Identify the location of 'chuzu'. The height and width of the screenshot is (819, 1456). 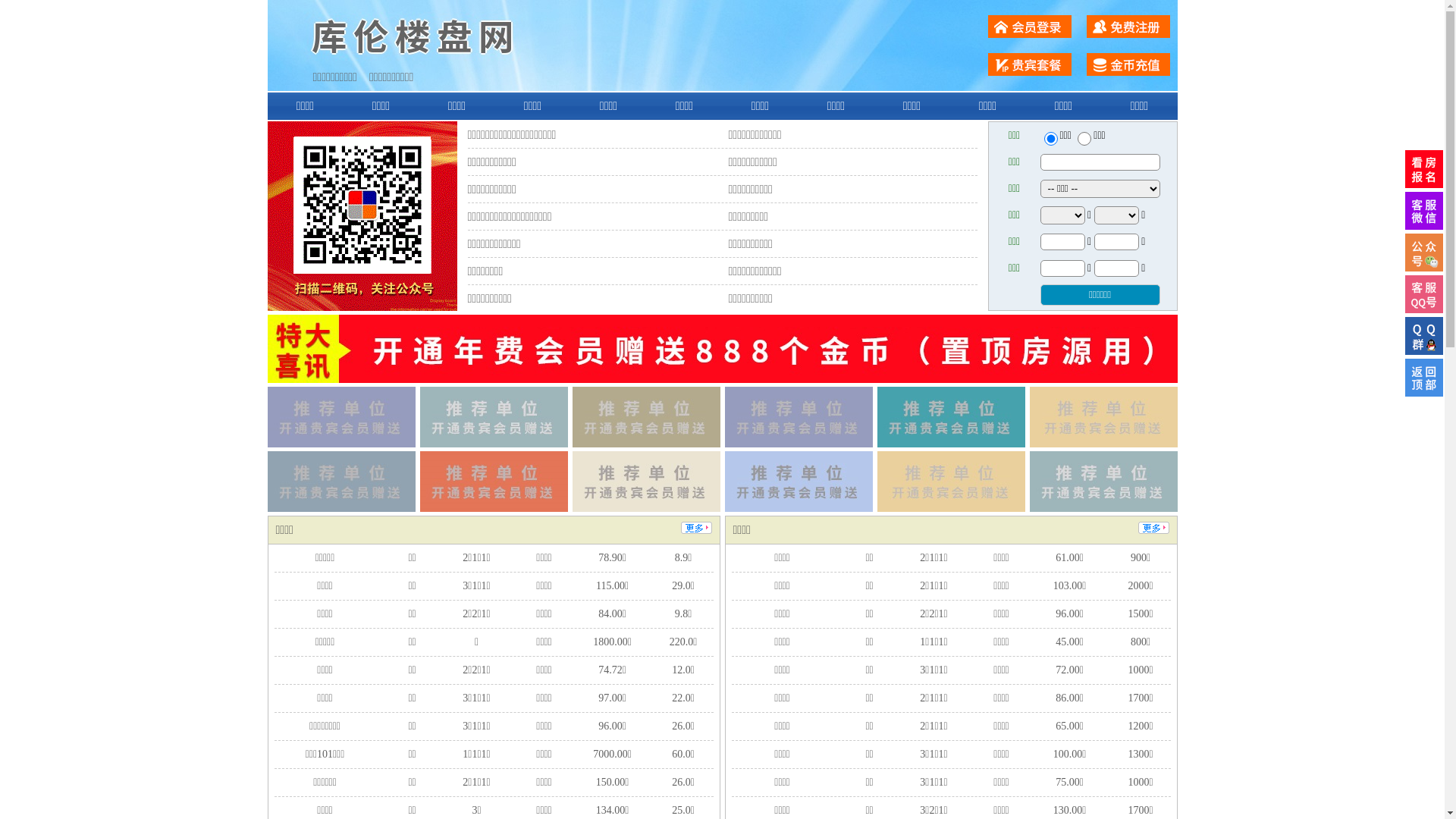
(1084, 138).